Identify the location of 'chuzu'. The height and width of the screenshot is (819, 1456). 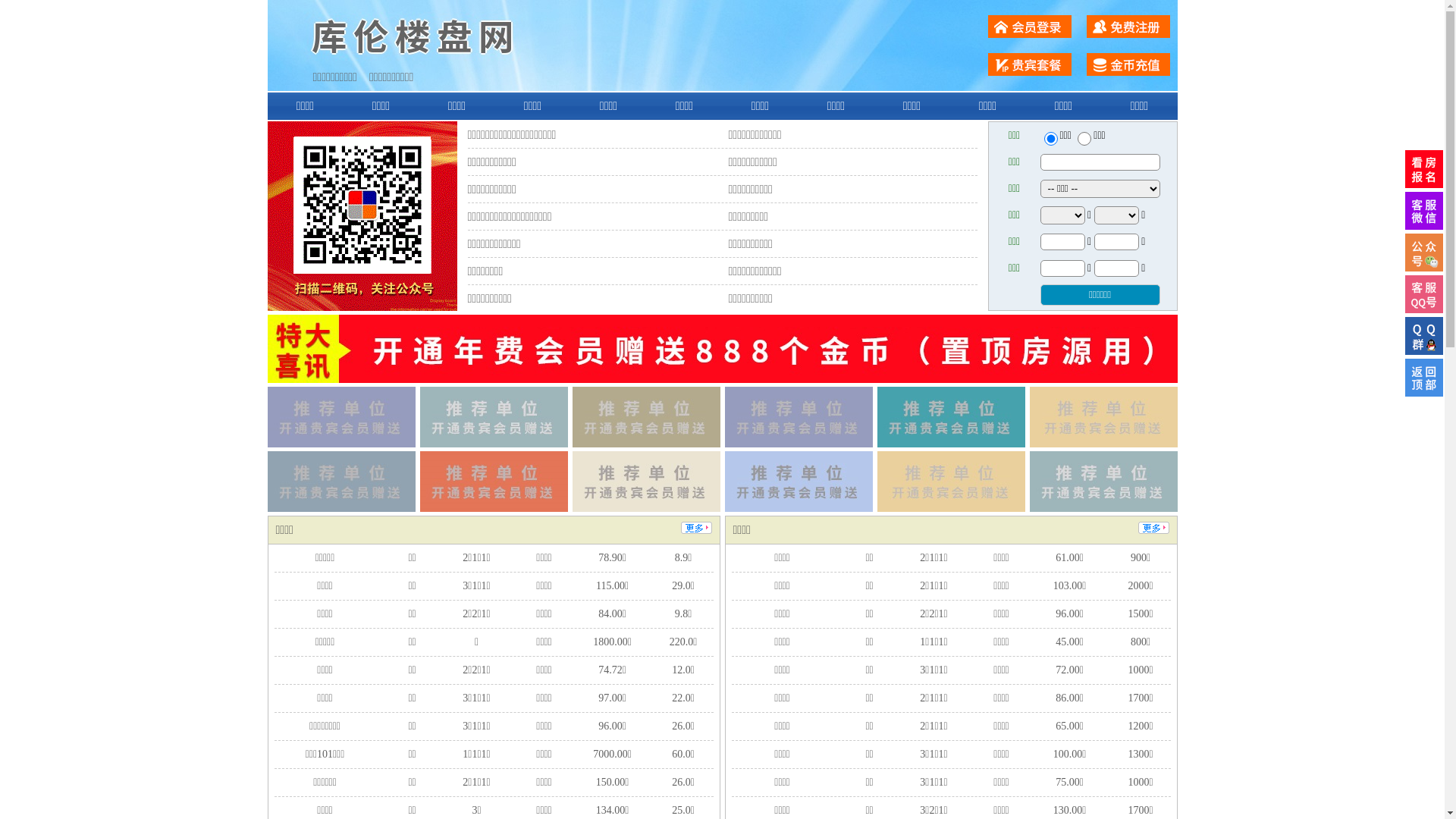
(1084, 138).